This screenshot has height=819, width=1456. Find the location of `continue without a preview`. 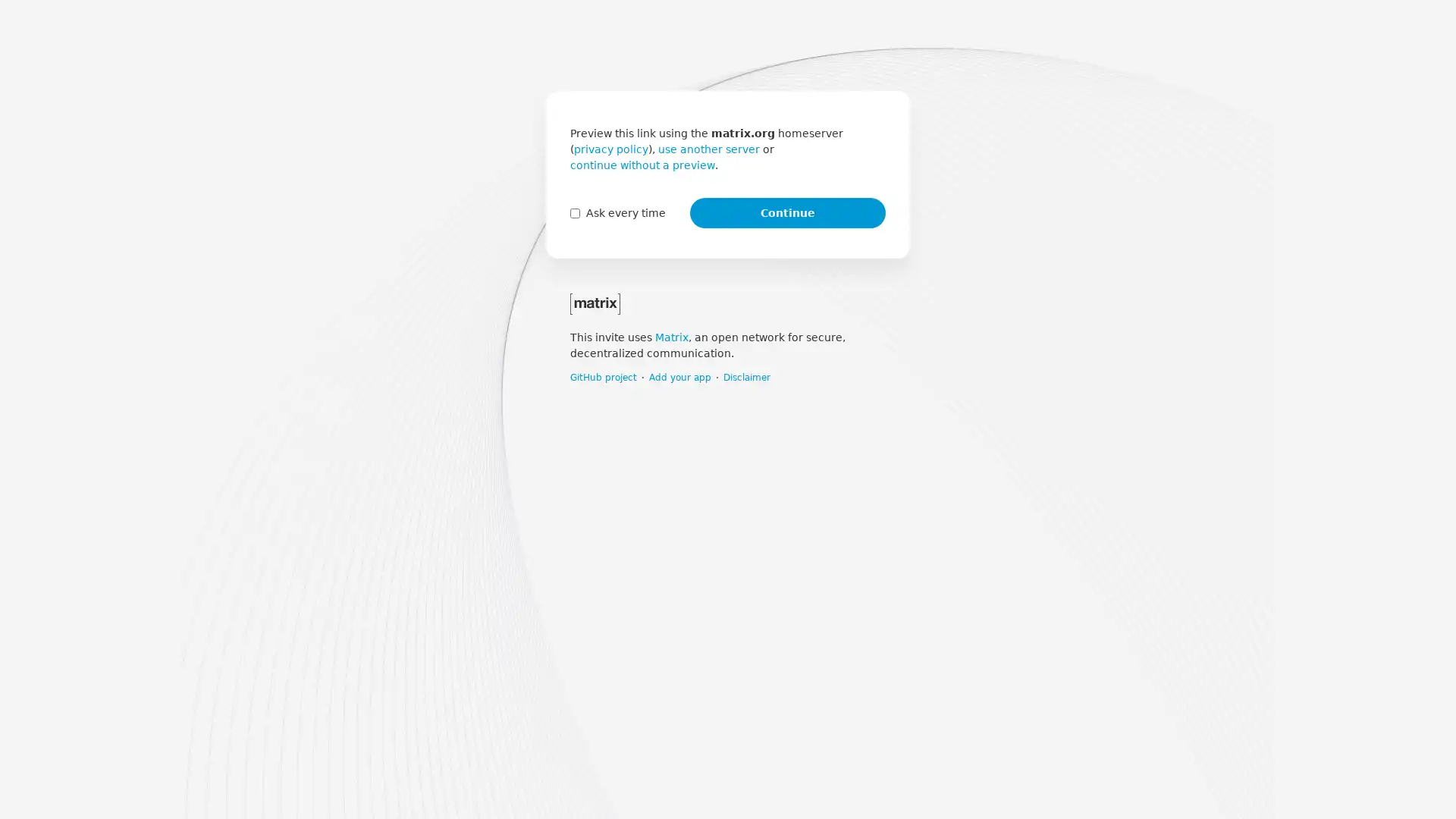

continue without a preview is located at coordinates (642, 165).